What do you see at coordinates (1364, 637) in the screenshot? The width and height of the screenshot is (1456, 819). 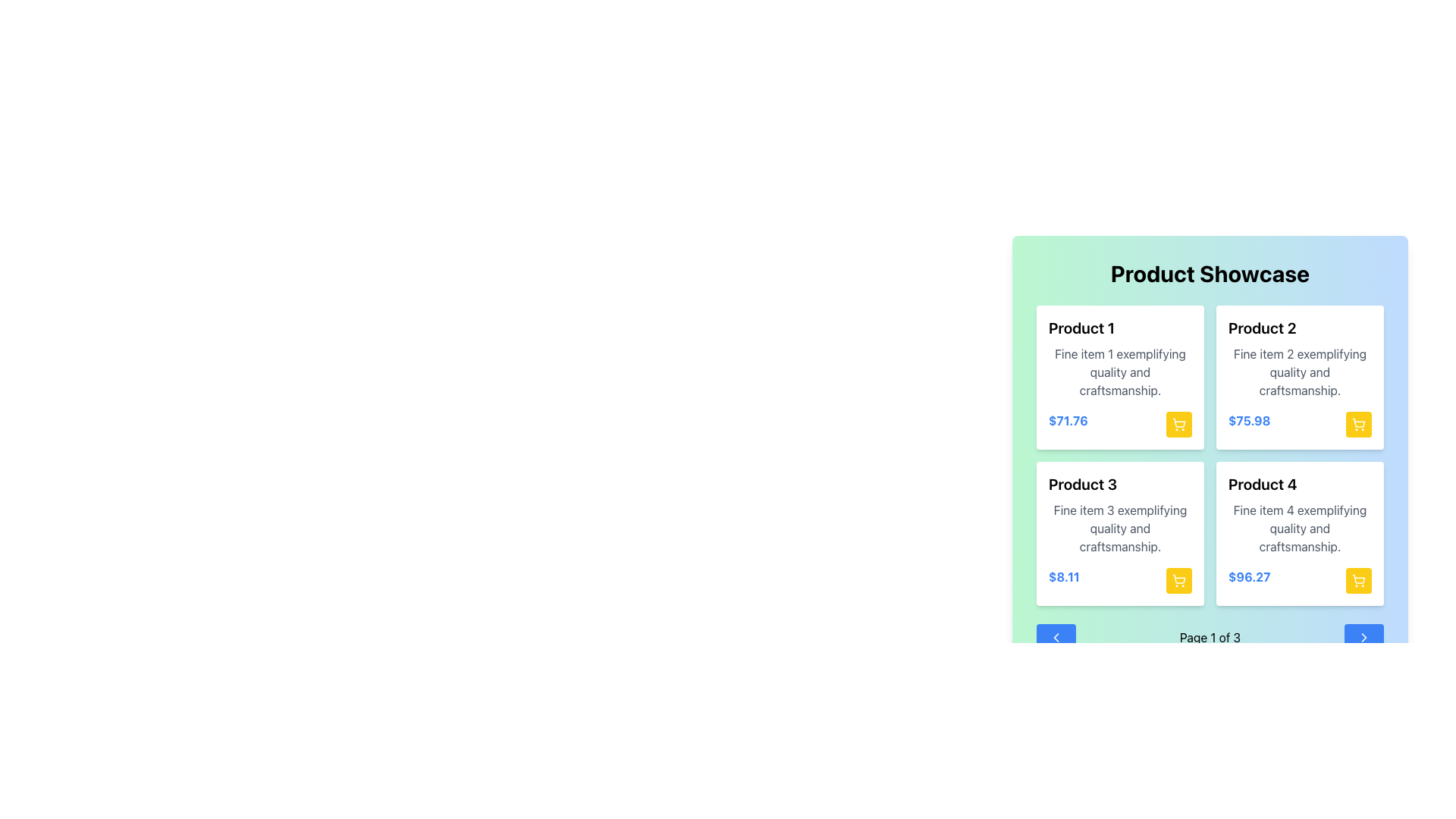 I see `the right-facing chevron icon button with a blue background and white arrow lines, located at the bottom-right corner of the interface` at bounding box center [1364, 637].